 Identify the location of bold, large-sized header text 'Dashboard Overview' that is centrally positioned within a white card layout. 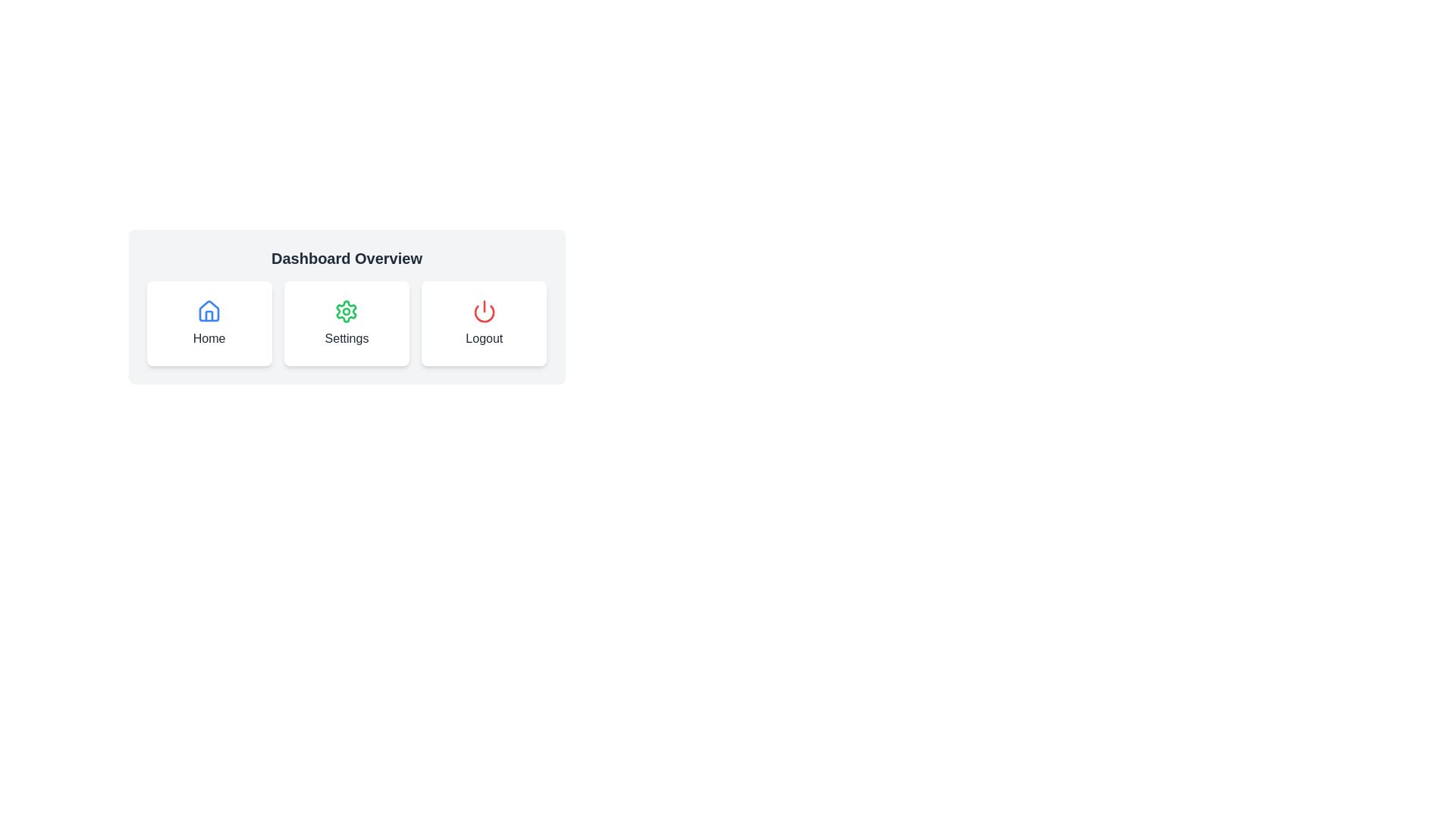
(346, 257).